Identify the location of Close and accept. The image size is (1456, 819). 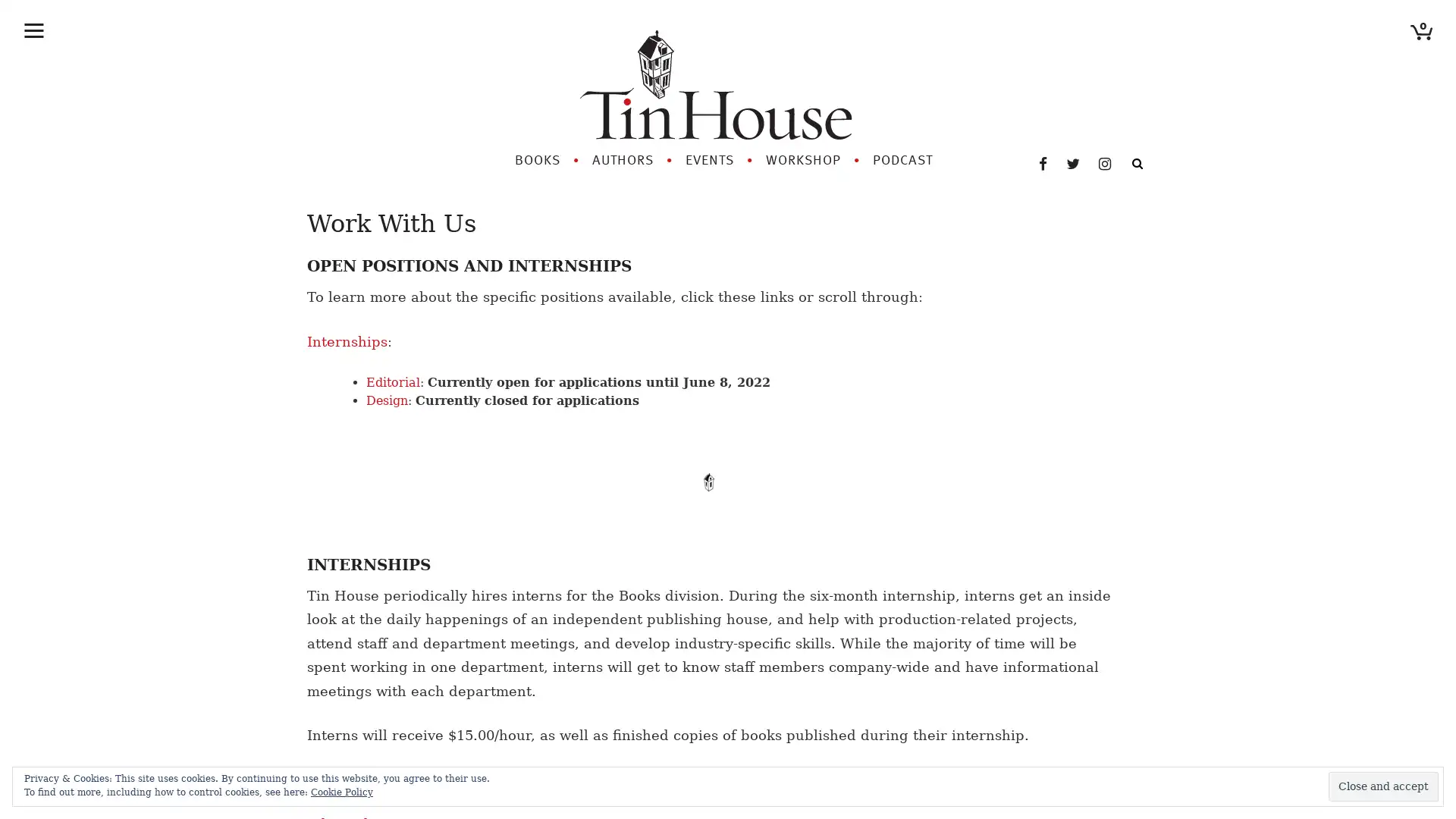
(1383, 786).